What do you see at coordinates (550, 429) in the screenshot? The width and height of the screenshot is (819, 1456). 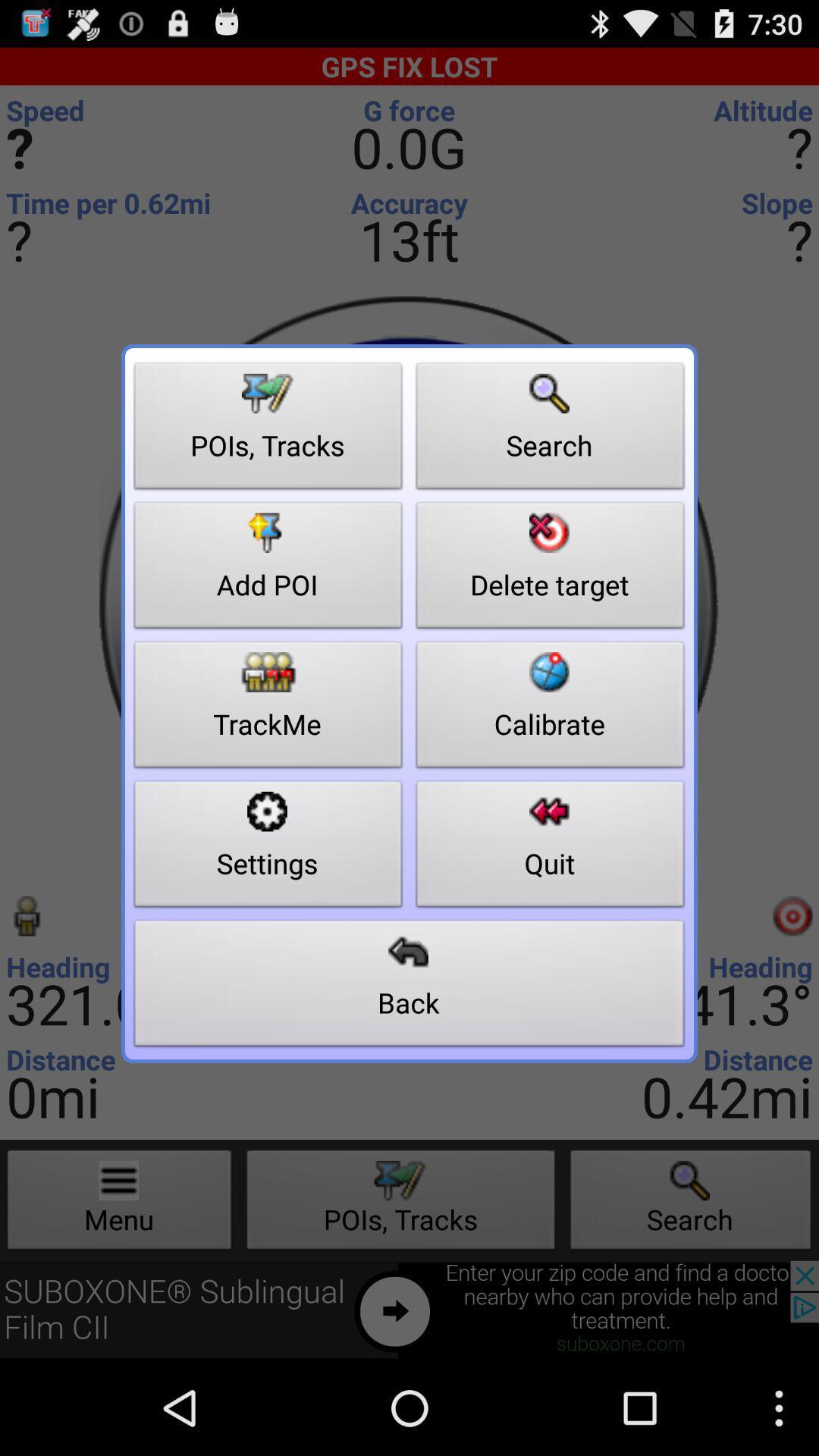 I see `the search` at bounding box center [550, 429].